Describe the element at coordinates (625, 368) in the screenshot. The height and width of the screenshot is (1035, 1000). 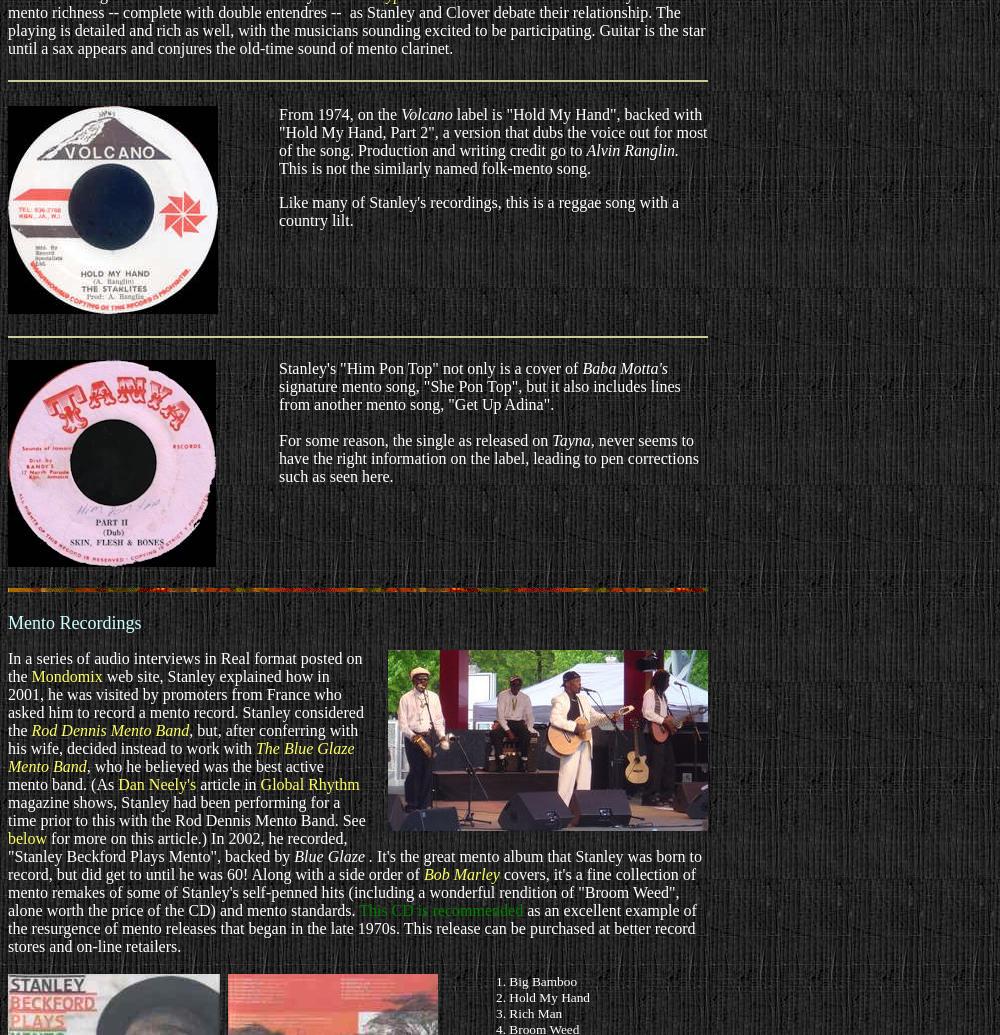
I see `'Baba Motta's'` at that location.